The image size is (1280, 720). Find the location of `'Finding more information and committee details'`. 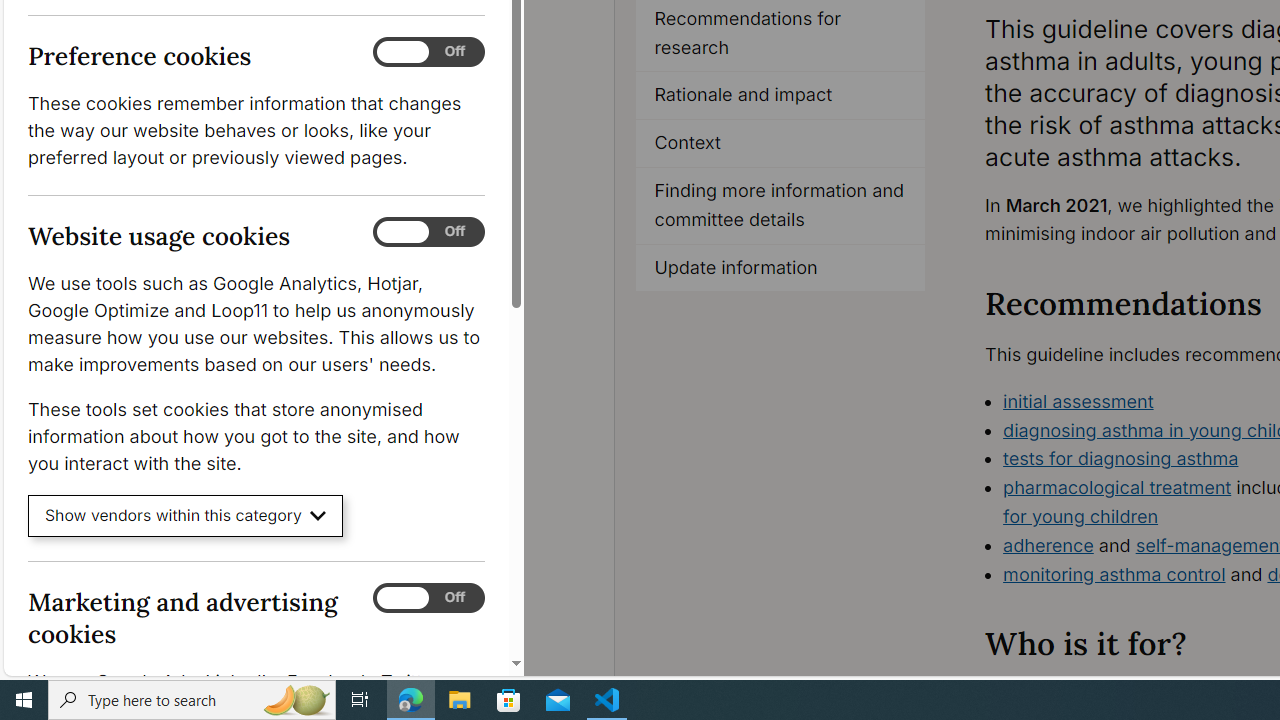

'Finding more information and committee details' is located at coordinates (780, 205).